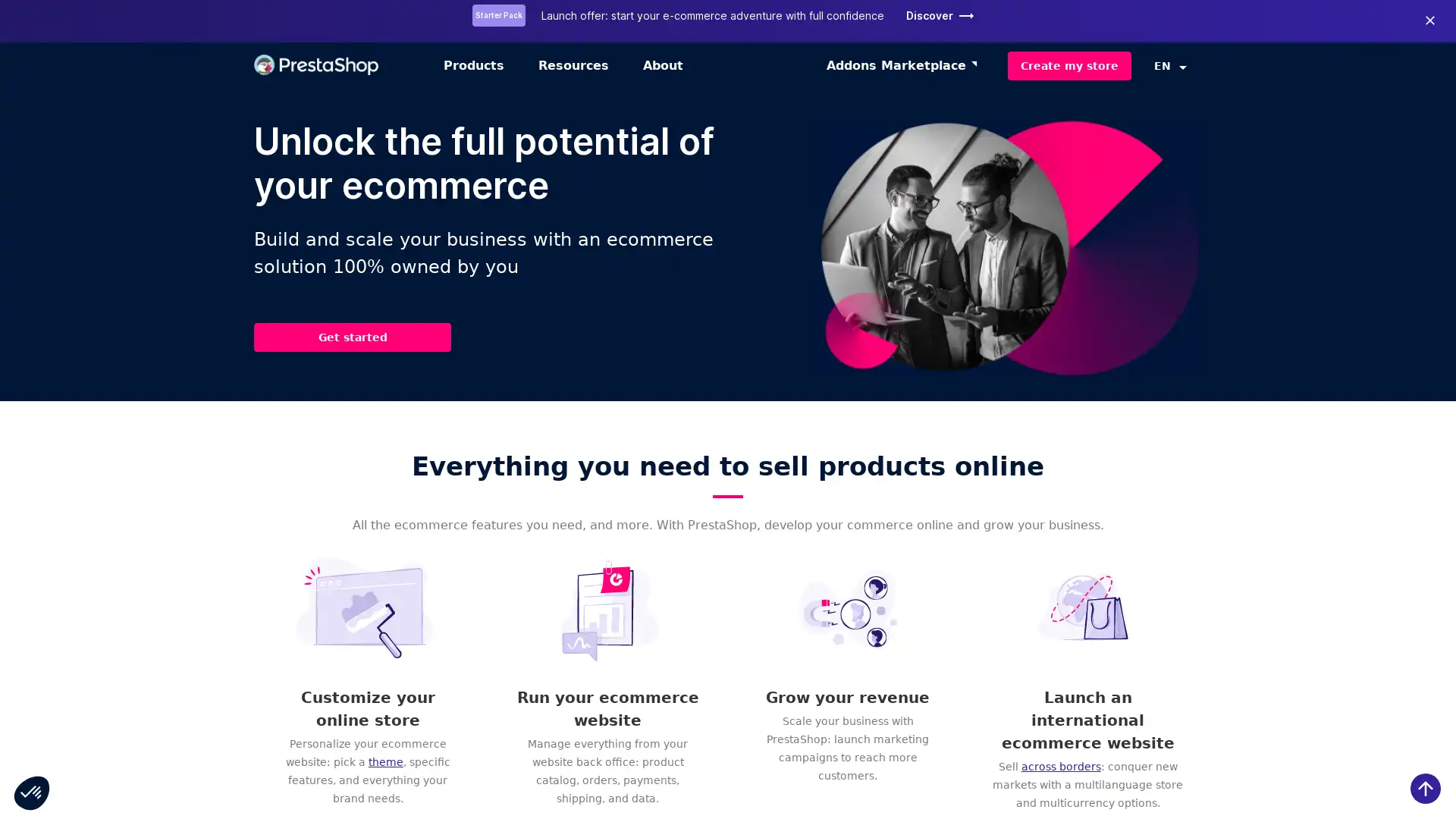 The width and height of the screenshot is (1456, 819). What do you see at coordinates (32, 792) in the screenshot?
I see `Close` at bounding box center [32, 792].